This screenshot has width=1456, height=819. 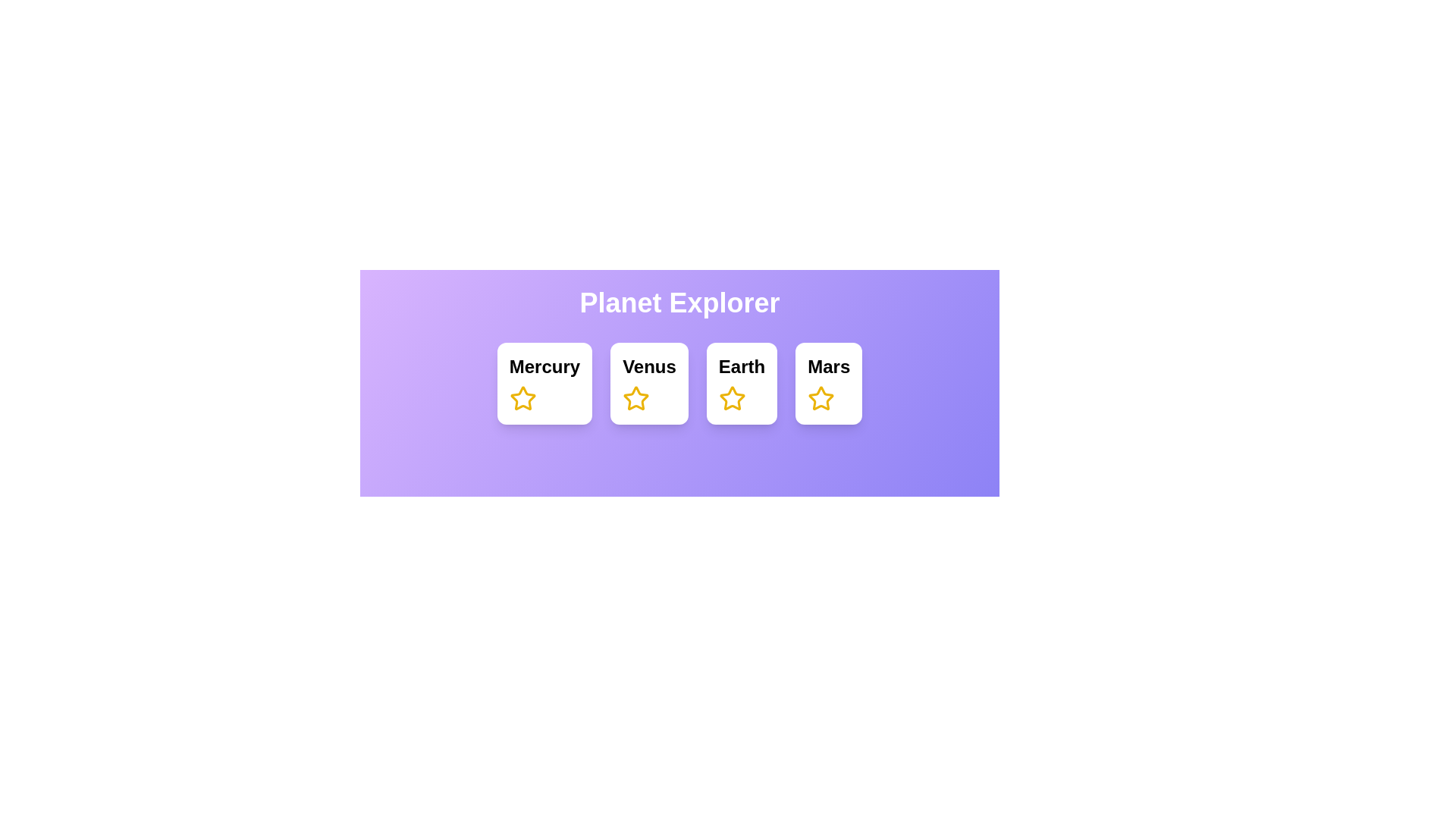 What do you see at coordinates (649, 382) in the screenshot?
I see `the 'Venus' card in the planet explorer interface, which is the second card in a row of four cards` at bounding box center [649, 382].